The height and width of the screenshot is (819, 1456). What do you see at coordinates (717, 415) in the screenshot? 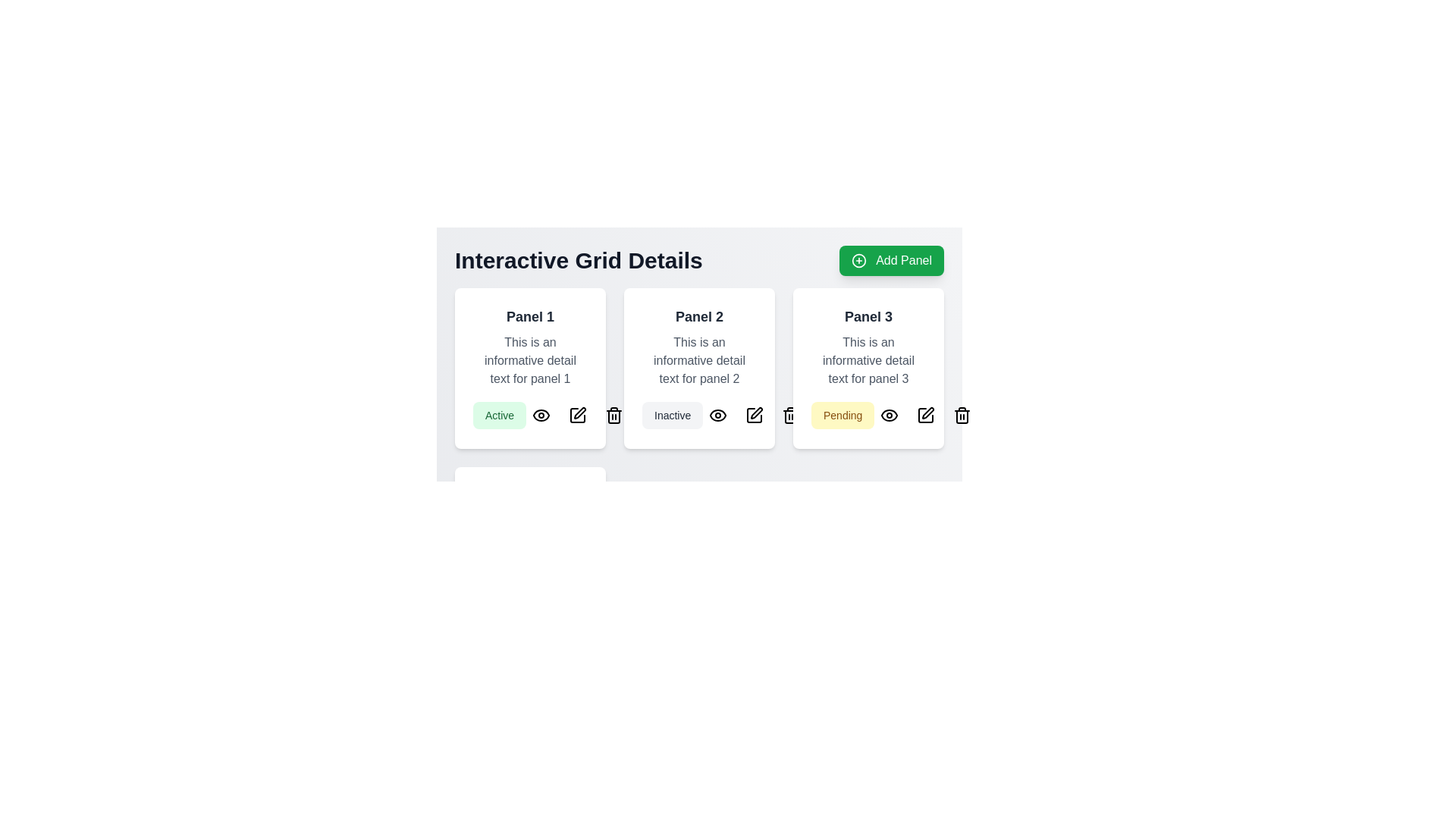
I see `the interactive icon button located in 'Panel 2'` at bounding box center [717, 415].